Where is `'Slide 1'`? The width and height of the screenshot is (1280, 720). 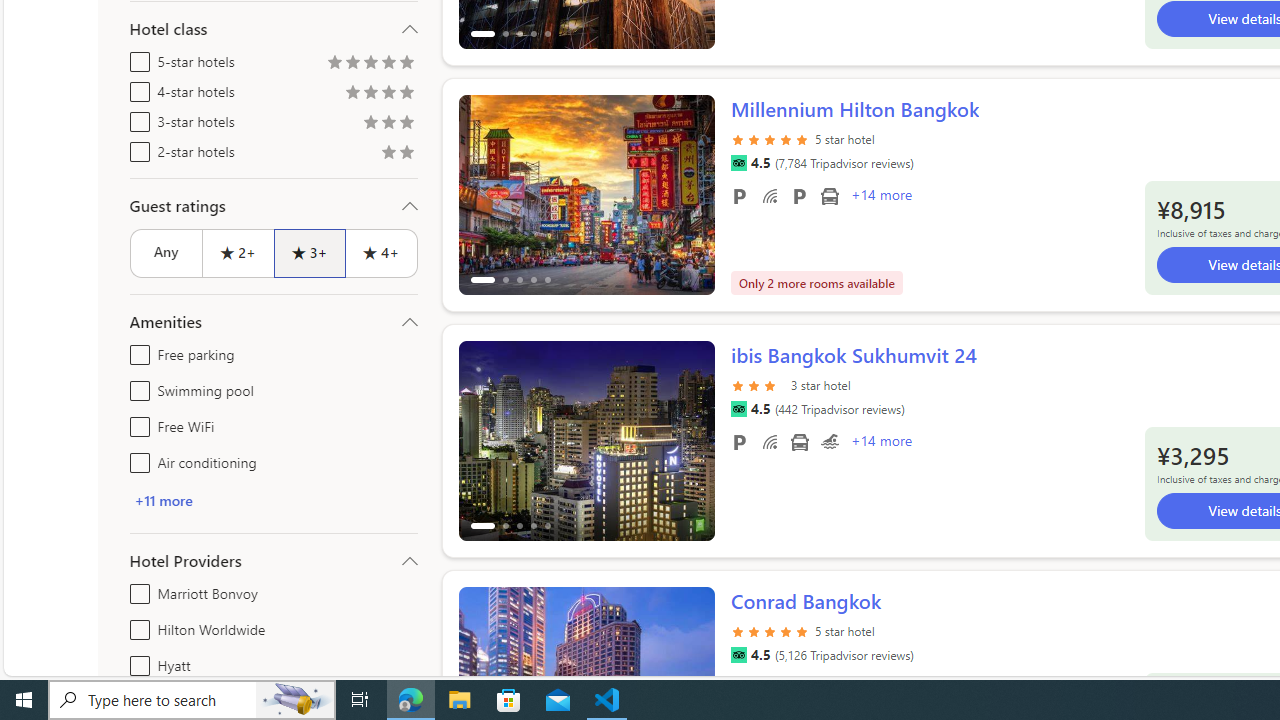
'Slide 1' is located at coordinates (585, 440).